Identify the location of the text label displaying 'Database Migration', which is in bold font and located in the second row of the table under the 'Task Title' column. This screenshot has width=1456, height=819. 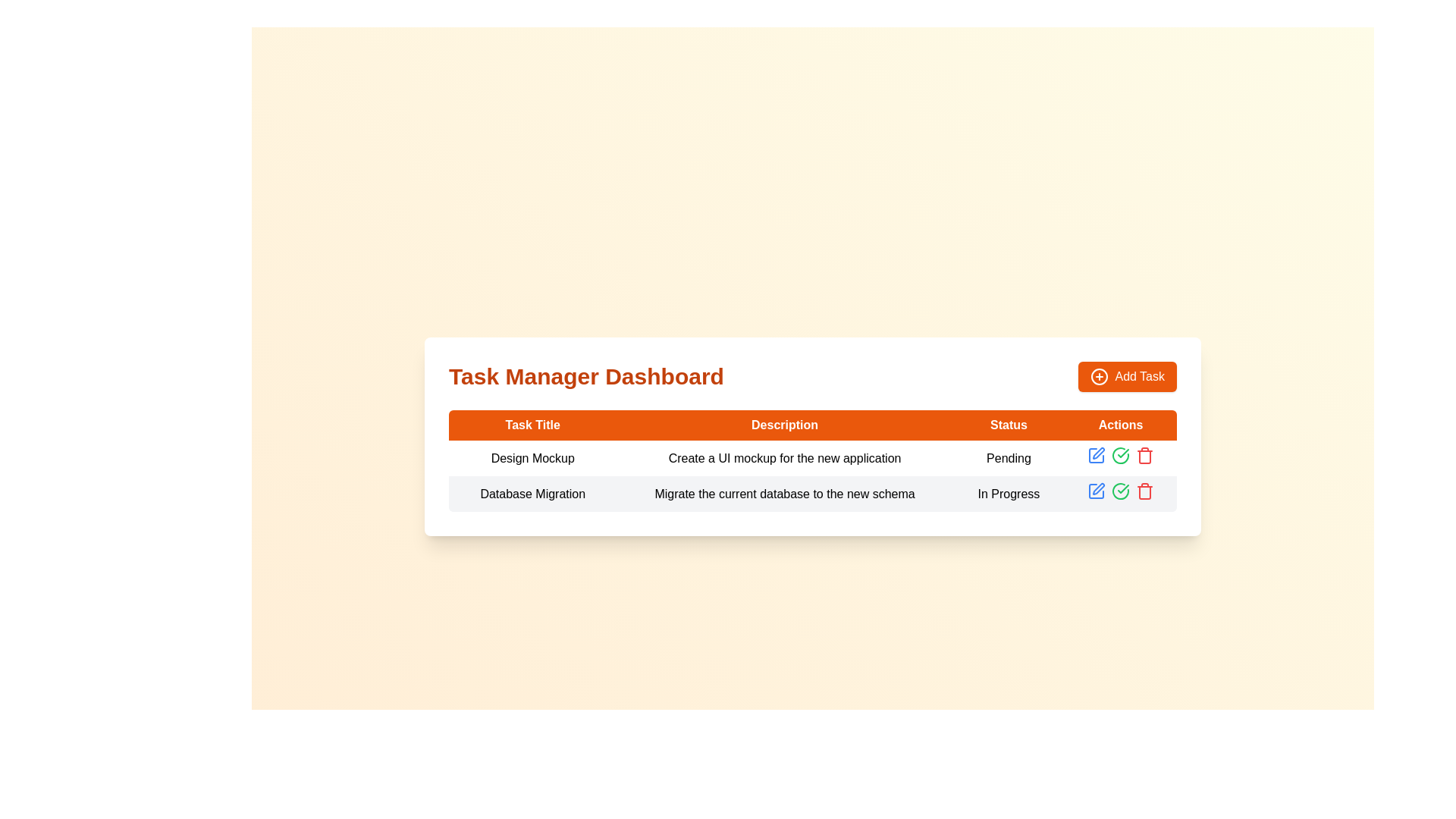
(532, 494).